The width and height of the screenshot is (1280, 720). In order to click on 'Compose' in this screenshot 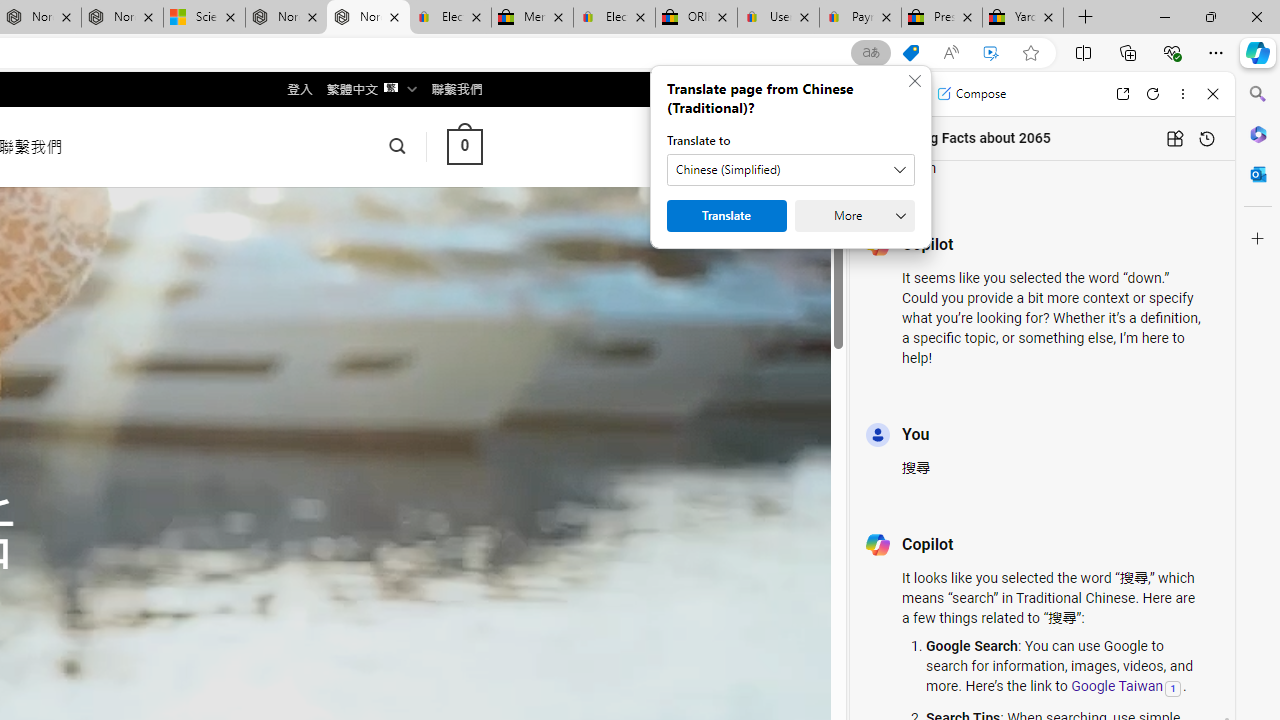, I will do `click(971, 93)`.